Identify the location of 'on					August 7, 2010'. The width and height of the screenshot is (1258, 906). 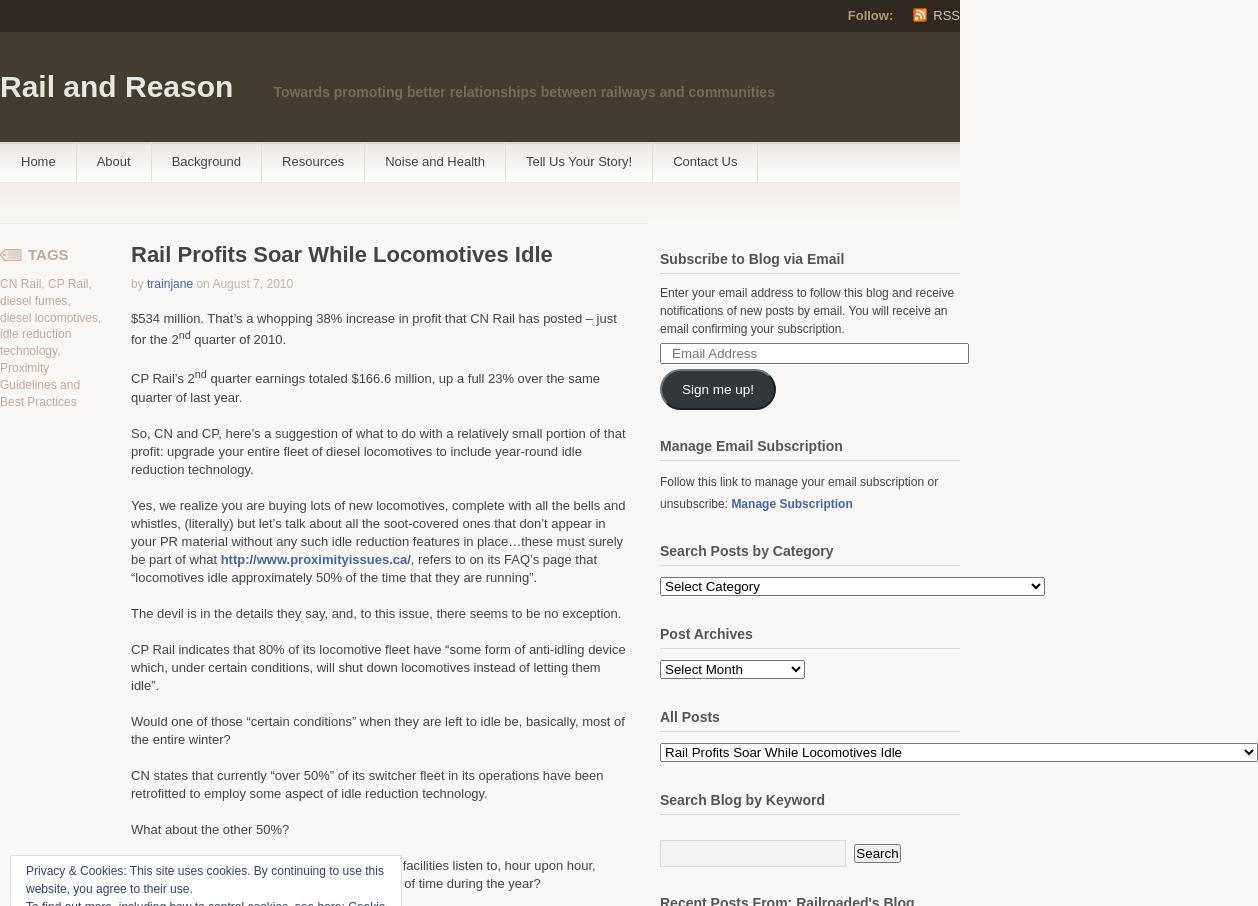
(244, 283).